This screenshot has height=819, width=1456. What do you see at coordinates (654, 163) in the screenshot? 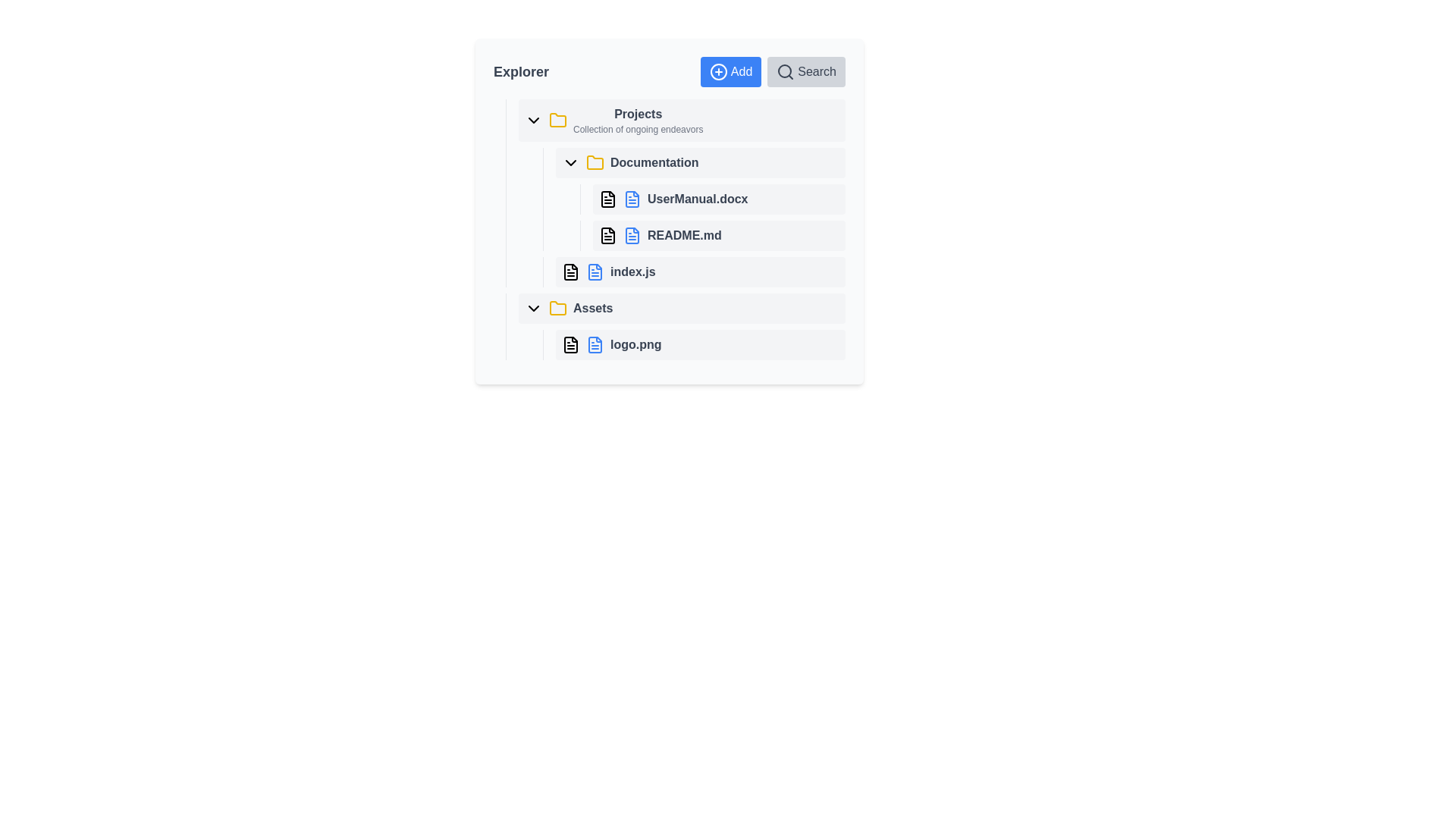
I see `the 'Documentation' text label in the 'Projects' group` at bounding box center [654, 163].